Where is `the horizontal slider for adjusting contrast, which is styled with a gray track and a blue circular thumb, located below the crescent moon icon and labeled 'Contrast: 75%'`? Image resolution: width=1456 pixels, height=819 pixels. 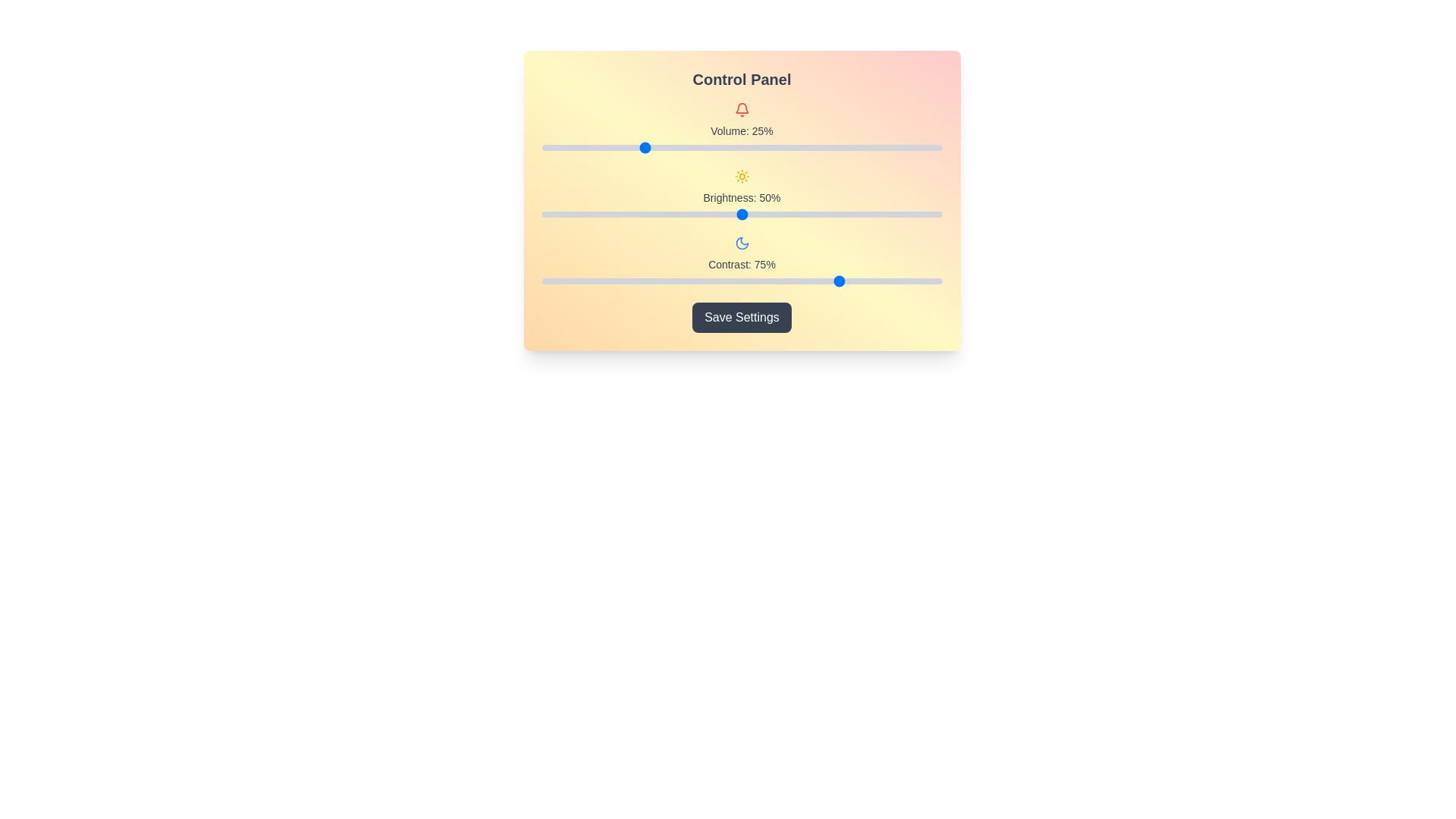
the horizontal slider for adjusting contrast, which is styled with a gray track and a blue circular thumb, located below the crescent moon icon and labeled 'Contrast: 75%' is located at coordinates (742, 281).